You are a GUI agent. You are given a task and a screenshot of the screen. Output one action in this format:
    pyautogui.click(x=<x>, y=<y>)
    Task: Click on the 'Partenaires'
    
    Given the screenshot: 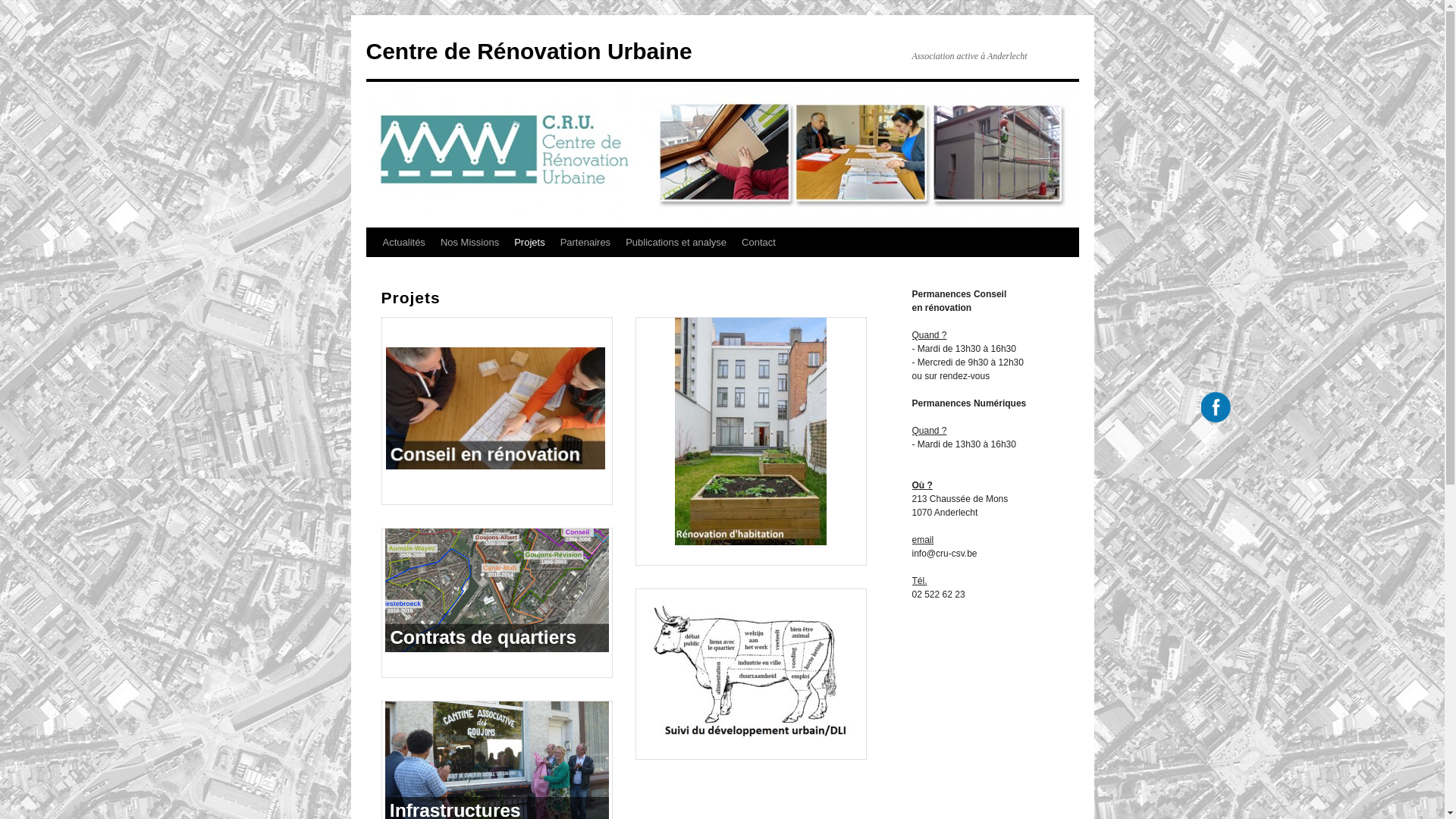 What is the action you would take?
    pyautogui.click(x=585, y=242)
    